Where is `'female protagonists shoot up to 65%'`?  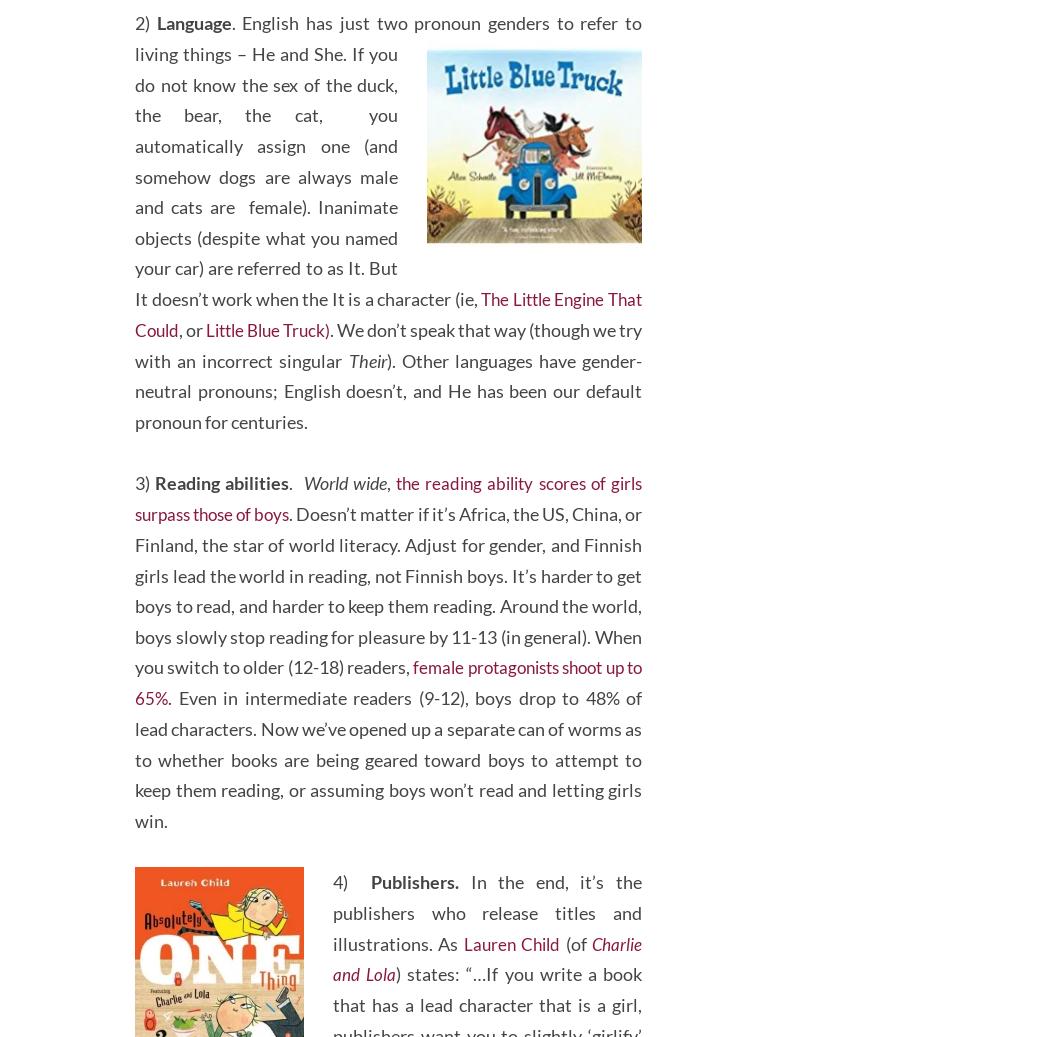
'female protagonists shoot up to 65%' is located at coordinates (134, 738).